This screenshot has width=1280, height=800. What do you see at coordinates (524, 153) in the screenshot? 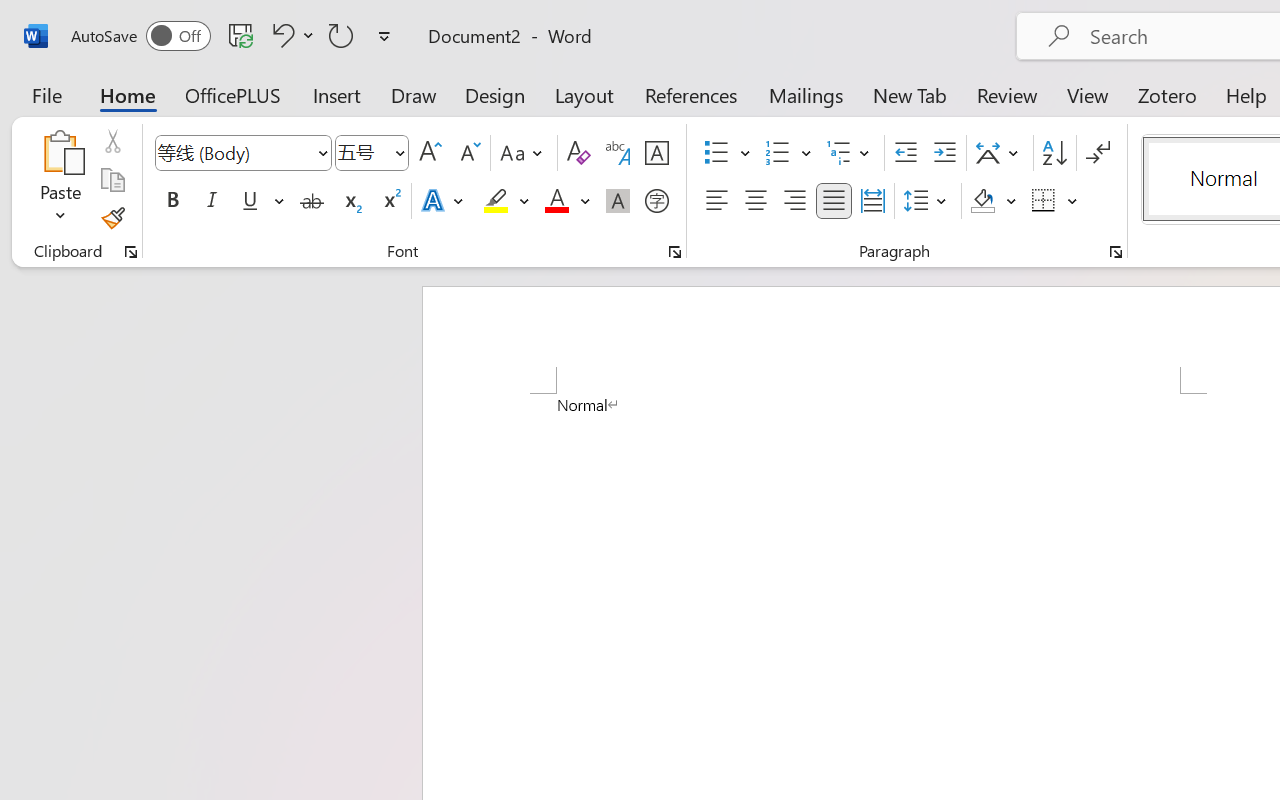
I see `'Change Case'` at bounding box center [524, 153].